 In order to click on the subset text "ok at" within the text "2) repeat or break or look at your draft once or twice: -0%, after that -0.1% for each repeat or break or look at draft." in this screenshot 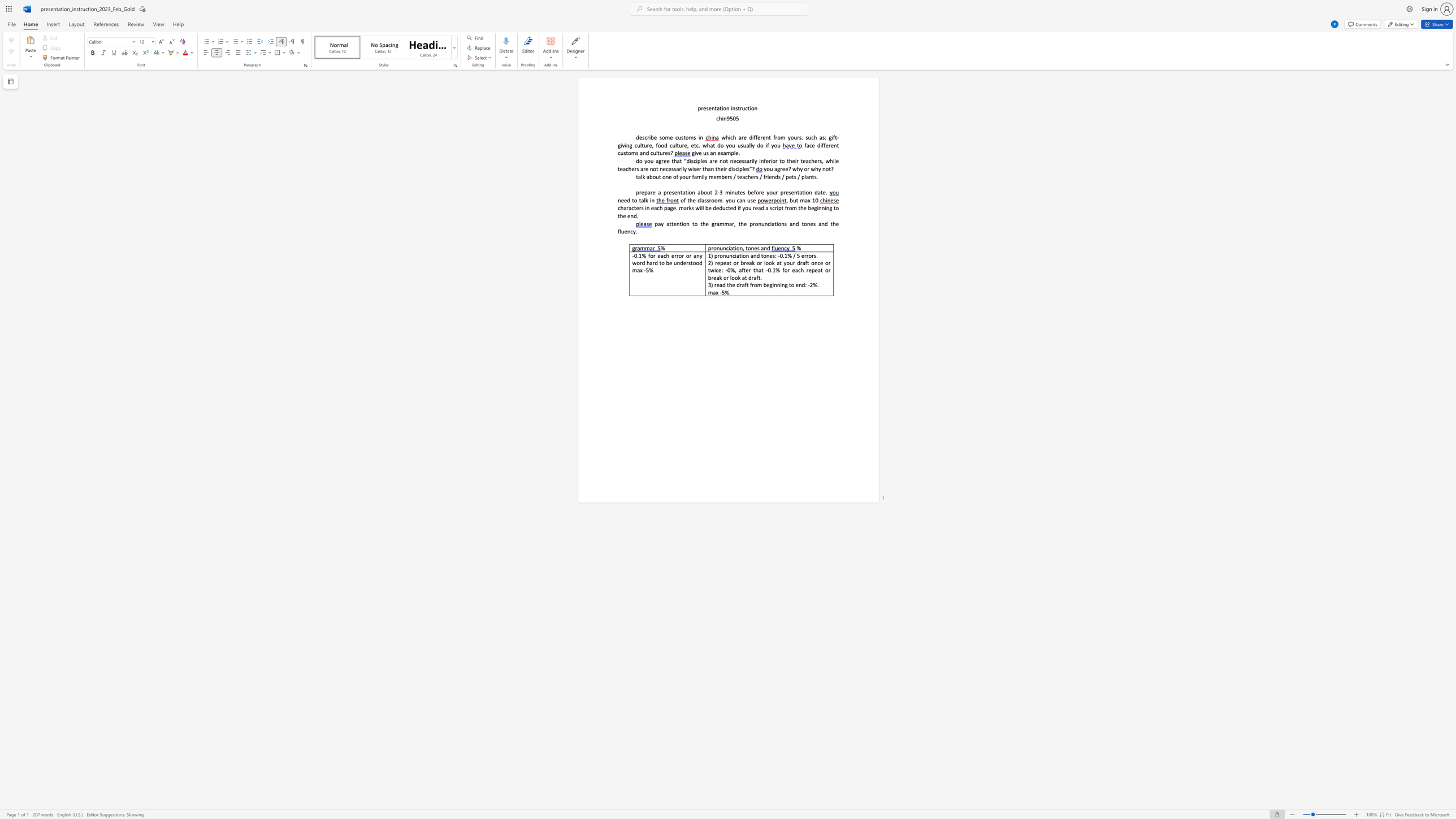, I will do `click(768, 262)`.